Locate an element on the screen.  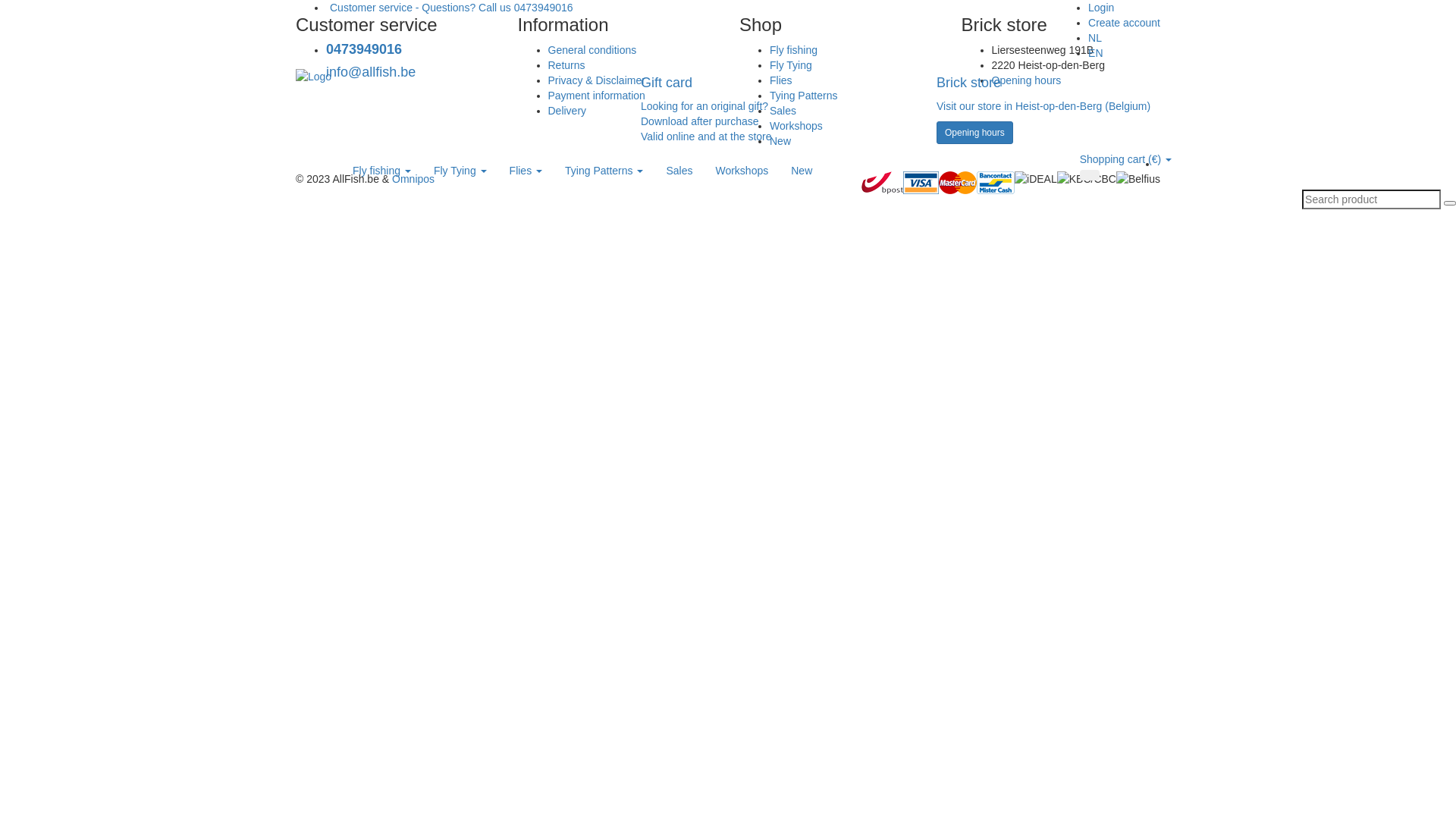
'EN' is located at coordinates (1095, 52).